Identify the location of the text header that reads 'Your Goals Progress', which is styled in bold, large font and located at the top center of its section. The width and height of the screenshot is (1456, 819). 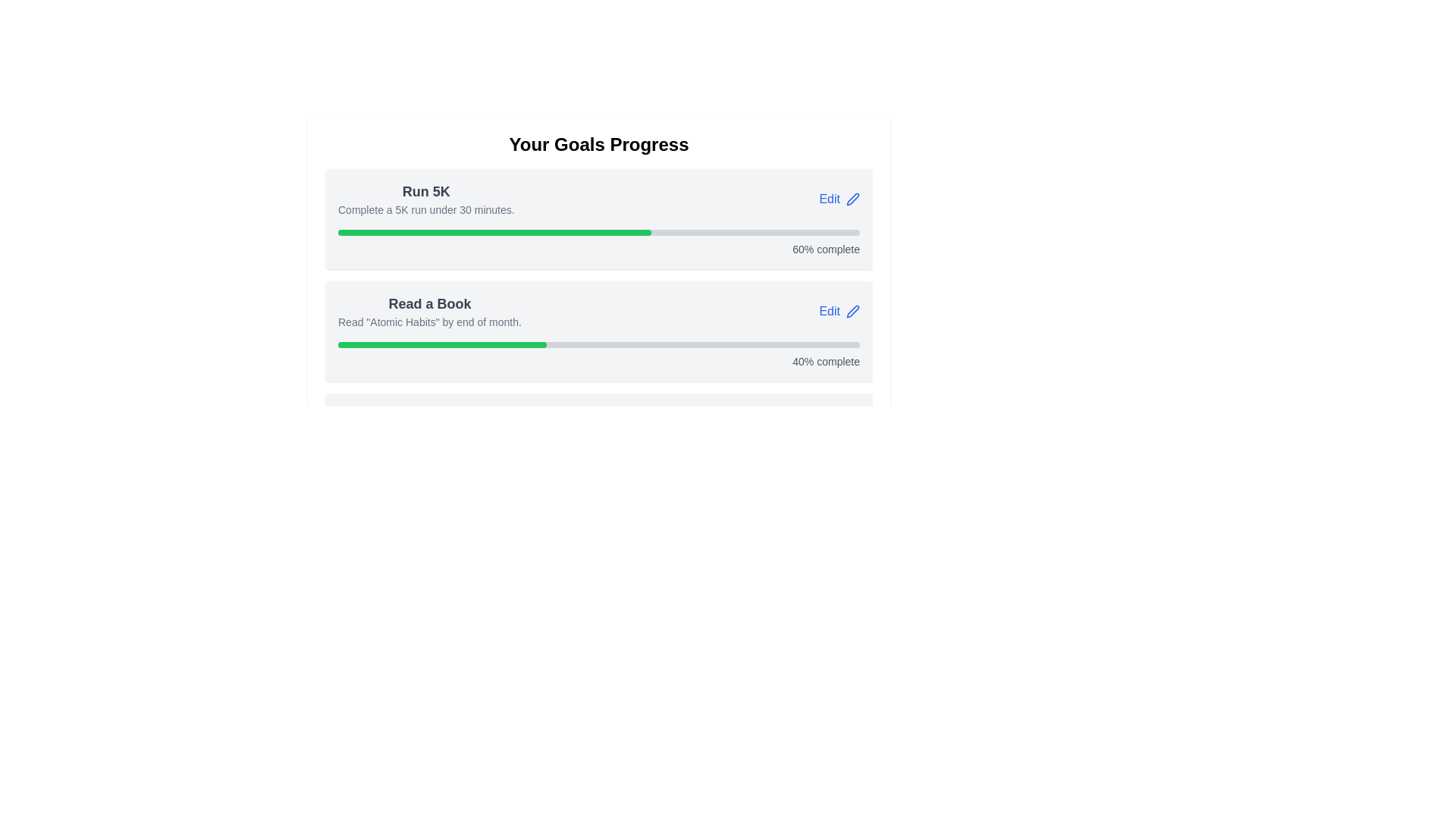
(598, 145).